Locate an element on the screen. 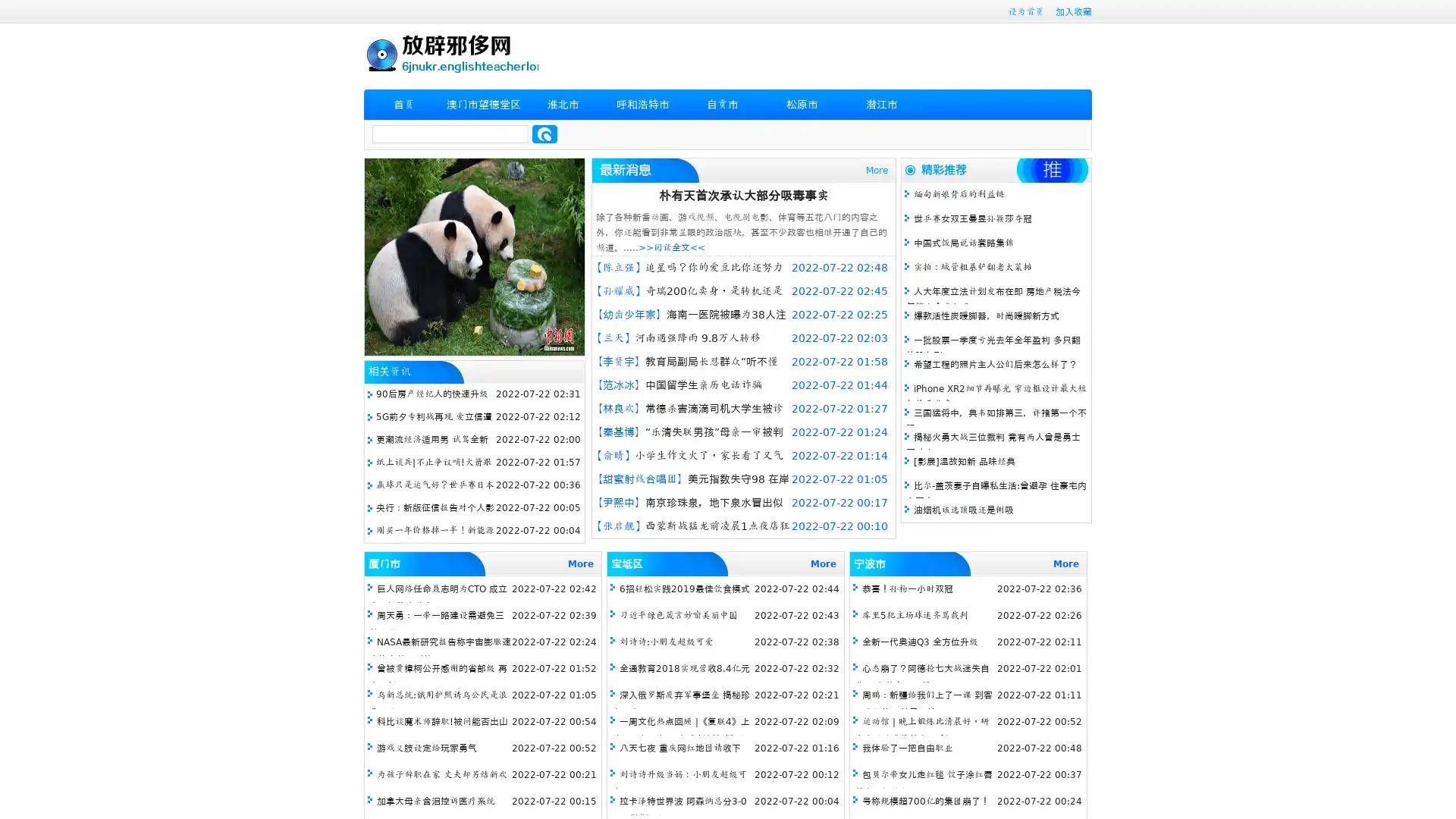 Image resolution: width=1456 pixels, height=819 pixels. Search is located at coordinates (544, 133).